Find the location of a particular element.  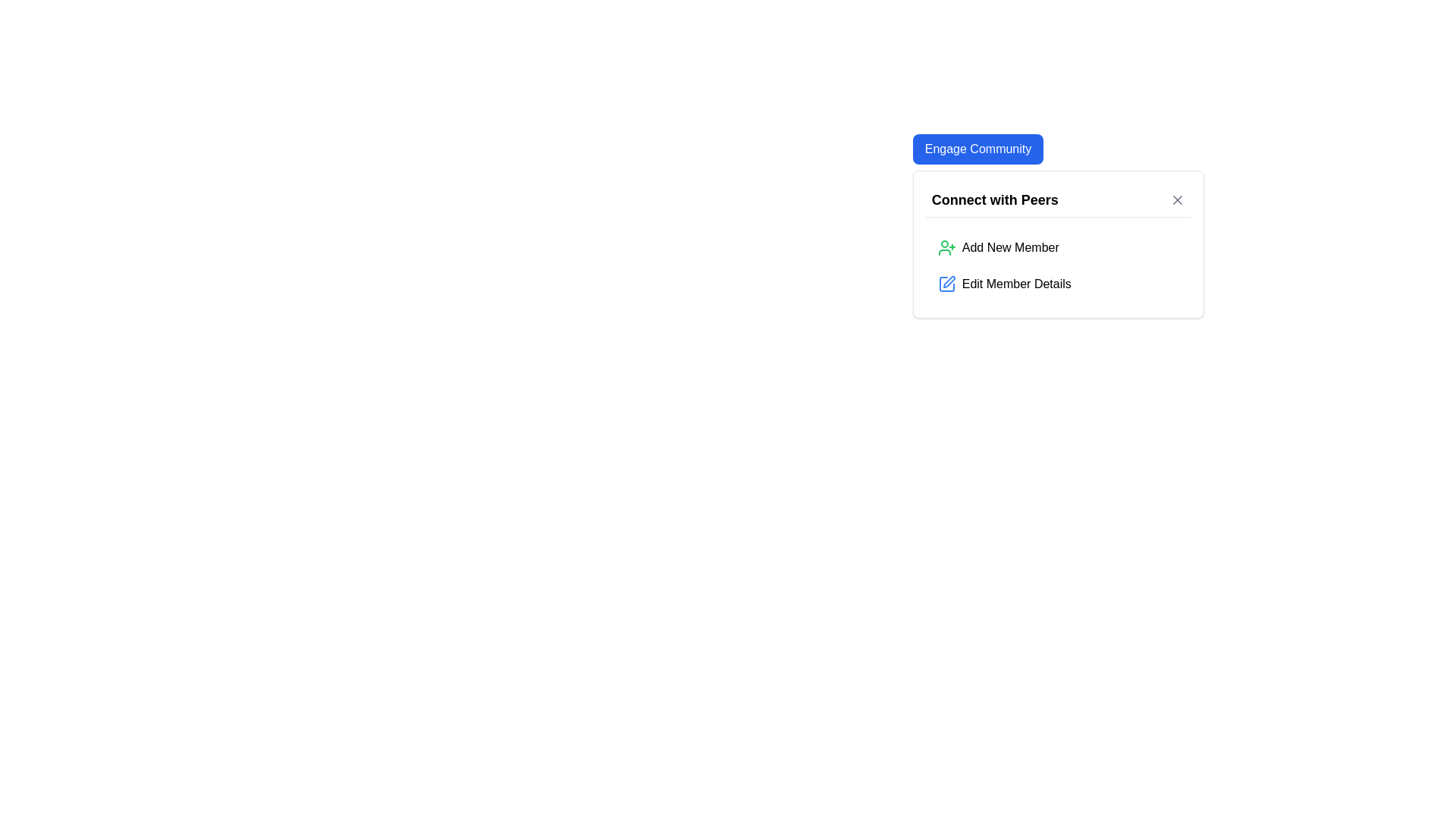

the community engagement button located at the top-left part of the pop-up UI section, positioned above the 'Connect with Peers' dropdown menu is located at coordinates (977, 149).